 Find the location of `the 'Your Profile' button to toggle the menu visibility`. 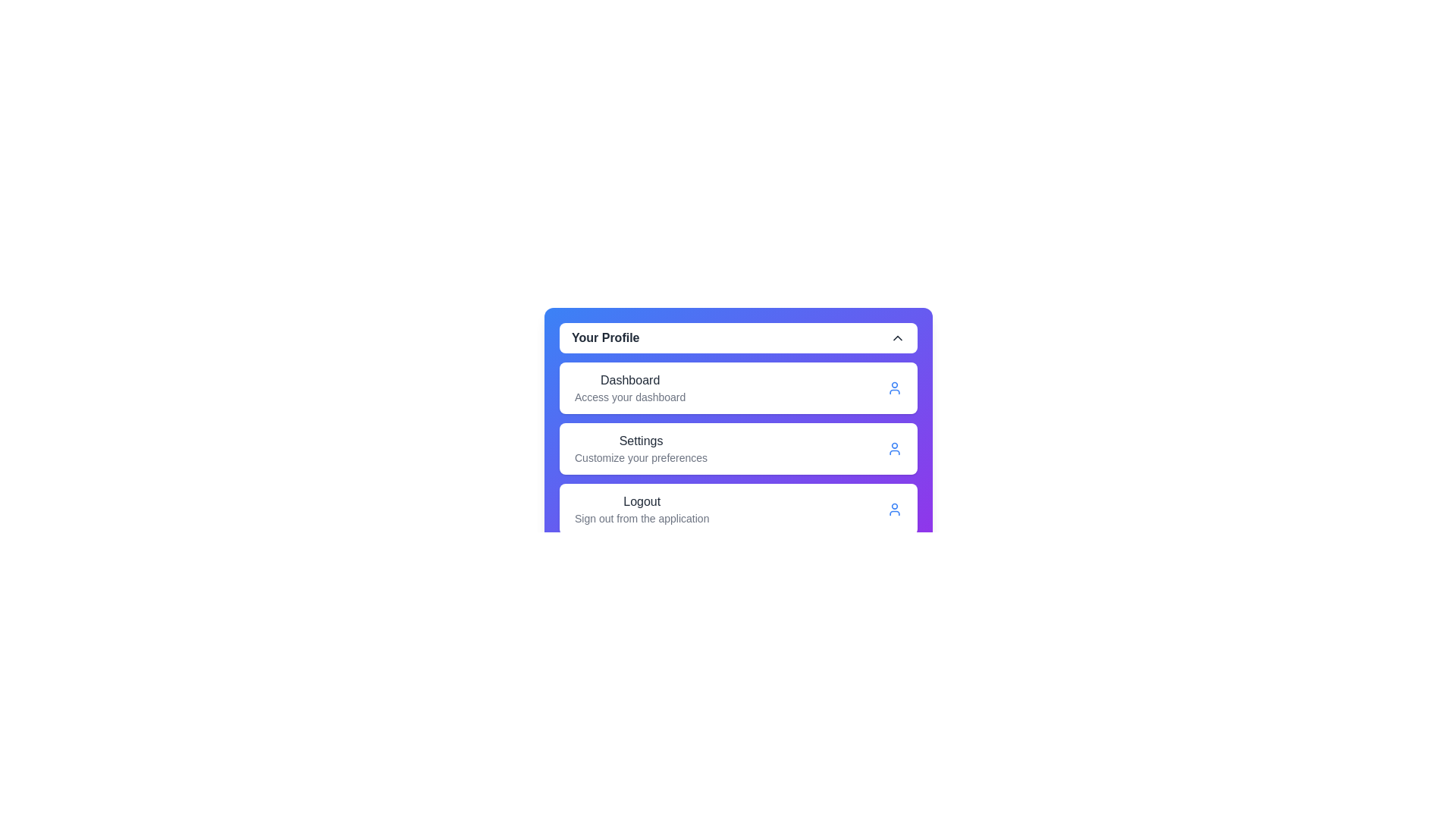

the 'Your Profile' button to toggle the menu visibility is located at coordinates (739, 337).